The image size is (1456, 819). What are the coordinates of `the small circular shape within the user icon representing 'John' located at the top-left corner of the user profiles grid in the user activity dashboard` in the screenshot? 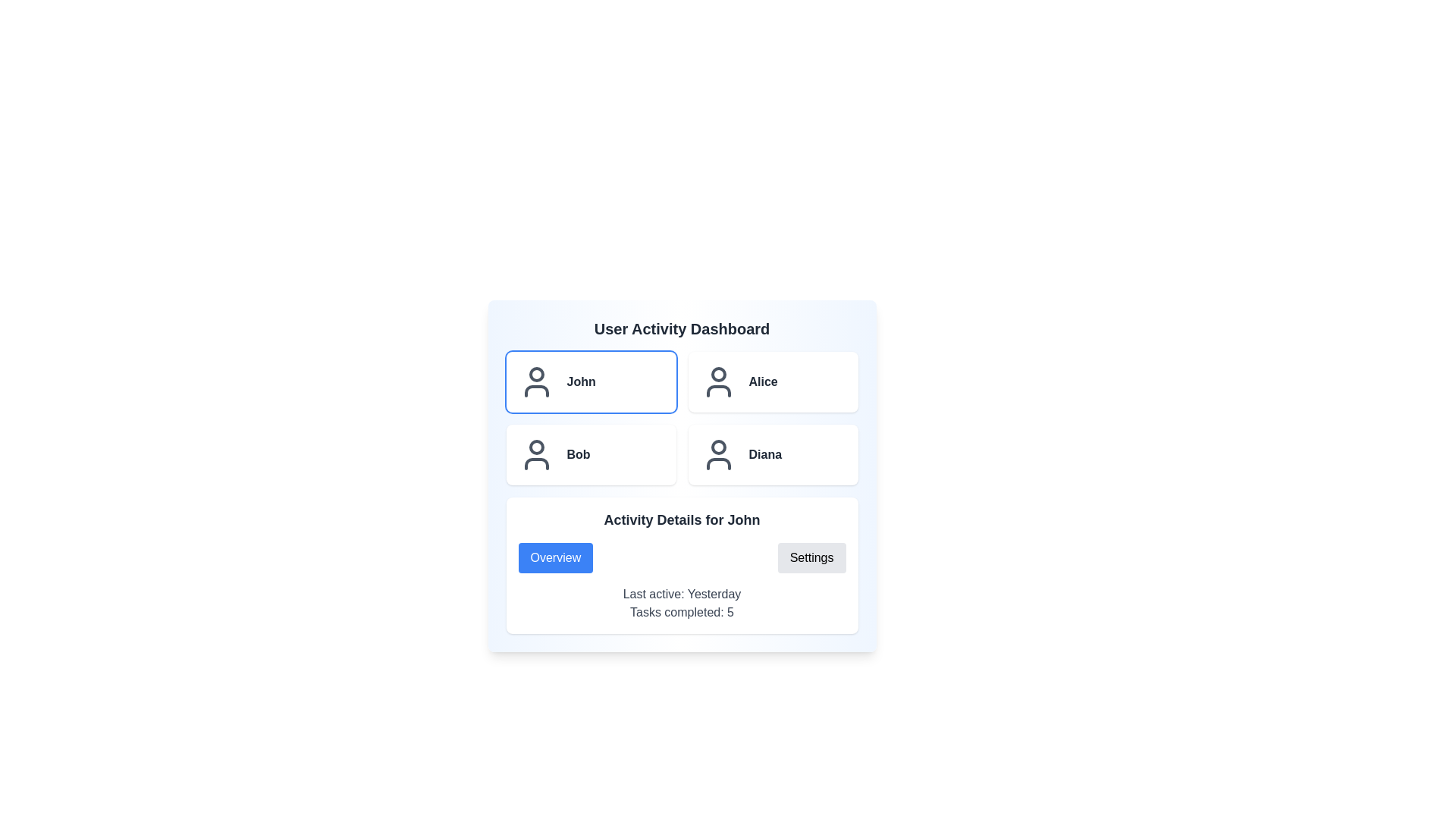 It's located at (536, 374).